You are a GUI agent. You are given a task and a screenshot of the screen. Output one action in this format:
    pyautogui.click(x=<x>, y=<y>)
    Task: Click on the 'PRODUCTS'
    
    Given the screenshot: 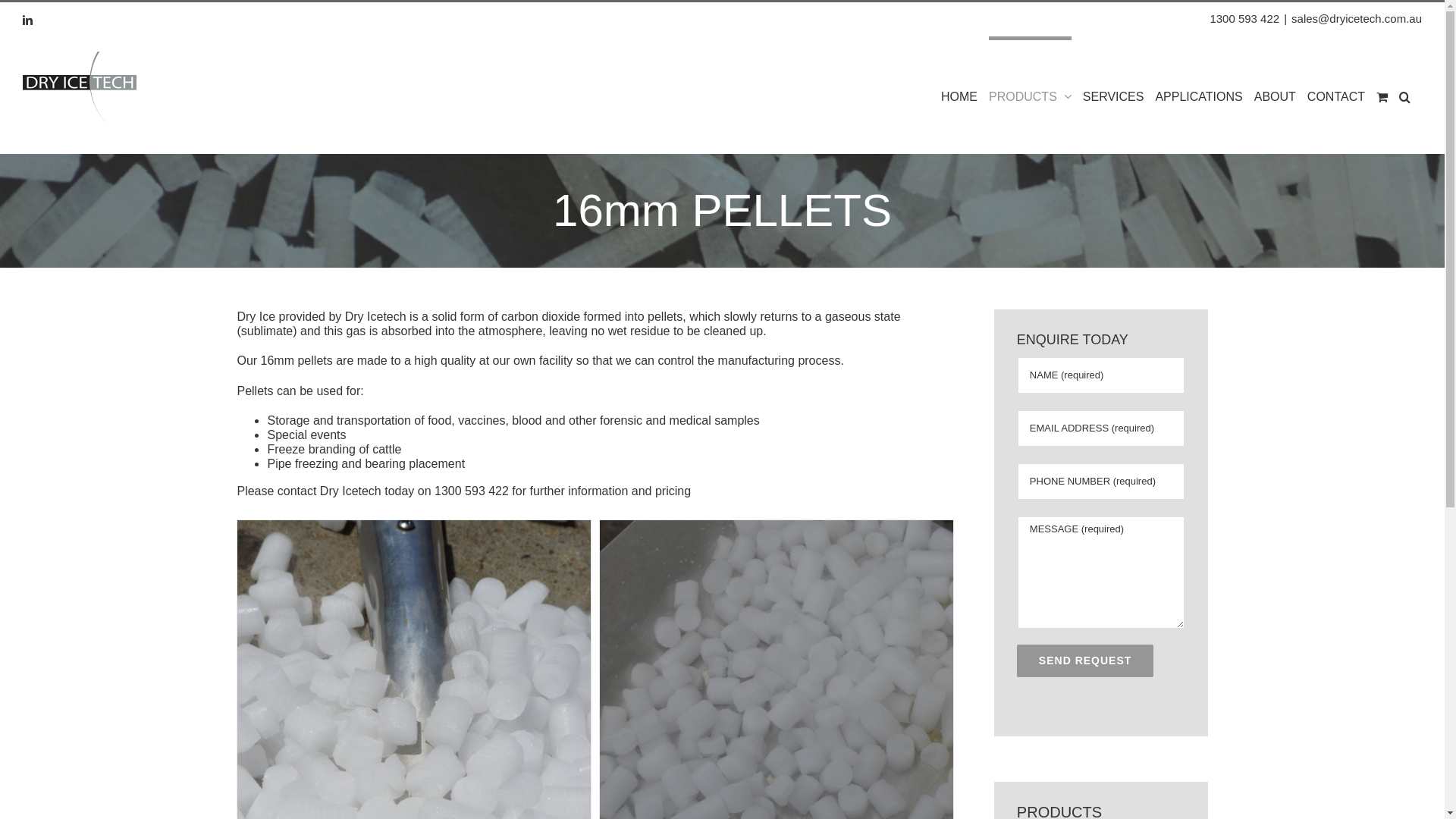 What is the action you would take?
    pyautogui.click(x=1030, y=94)
    